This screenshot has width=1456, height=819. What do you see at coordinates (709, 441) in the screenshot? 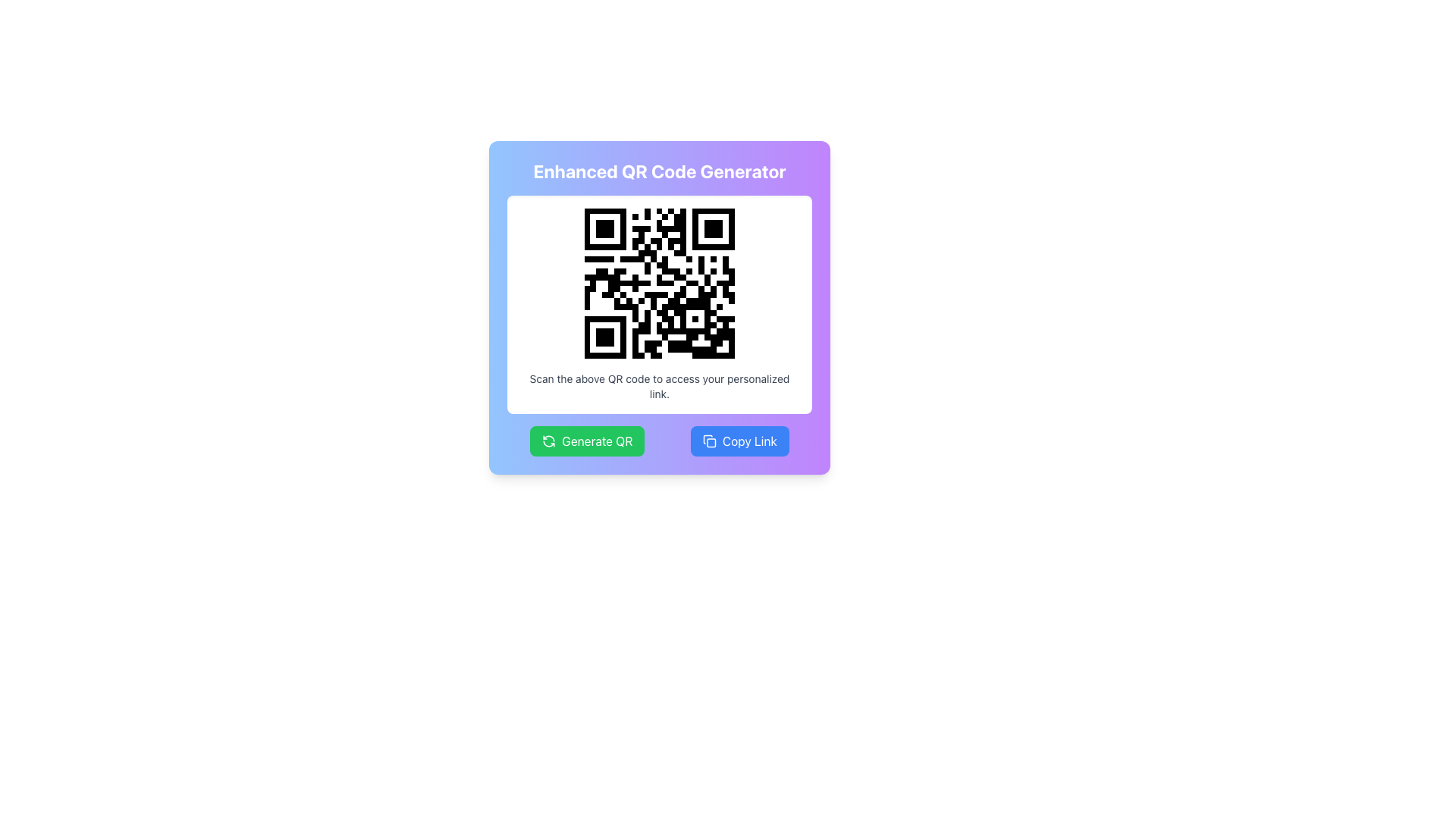
I see `the copy action icon within the 'Copy Link' button, which features two overlapping rectangular shapes and is styled with a blue background and white text` at bounding box center [709, 441].